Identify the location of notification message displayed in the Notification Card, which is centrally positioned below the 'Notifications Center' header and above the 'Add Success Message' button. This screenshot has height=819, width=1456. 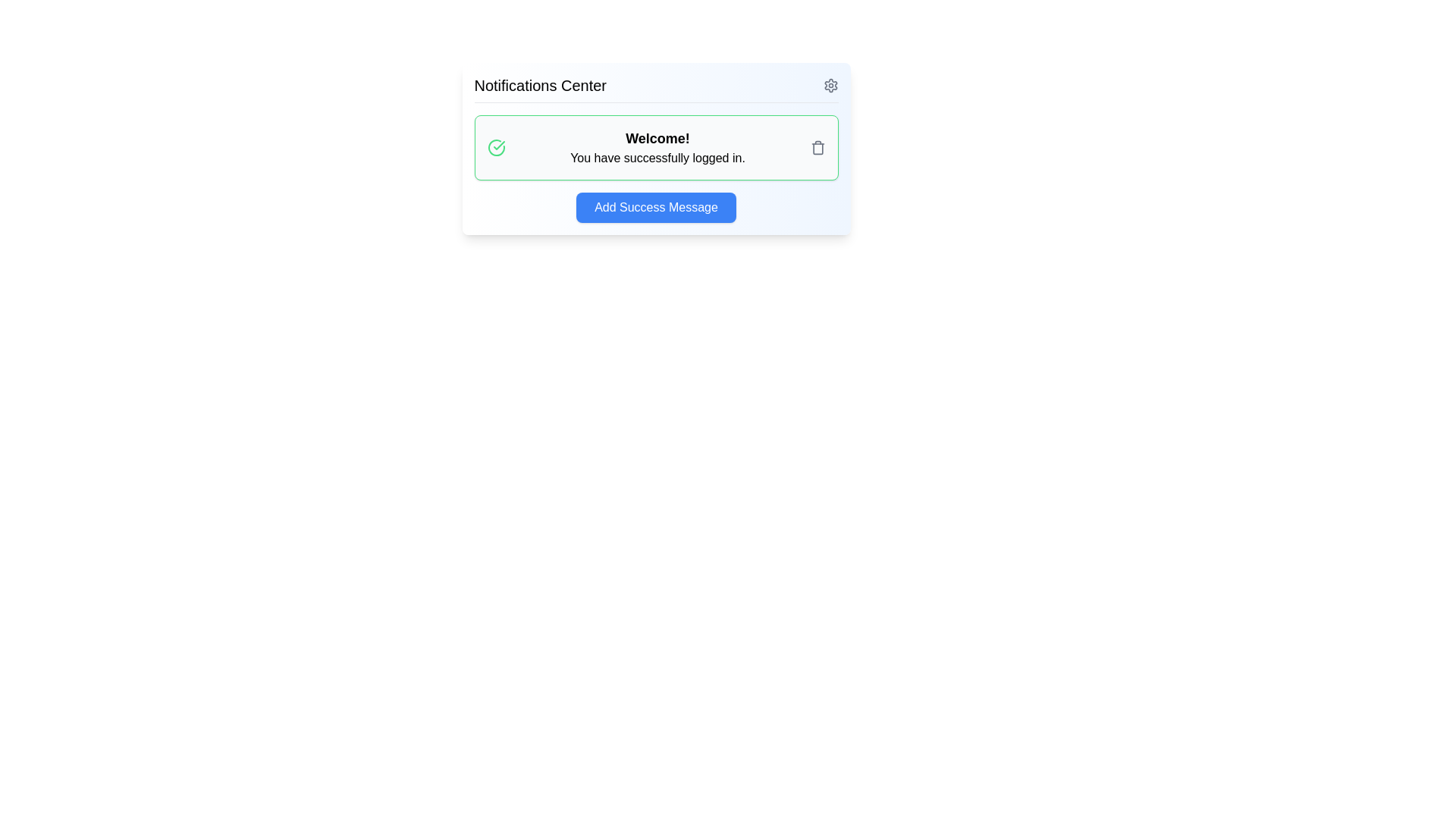
(656, 149).